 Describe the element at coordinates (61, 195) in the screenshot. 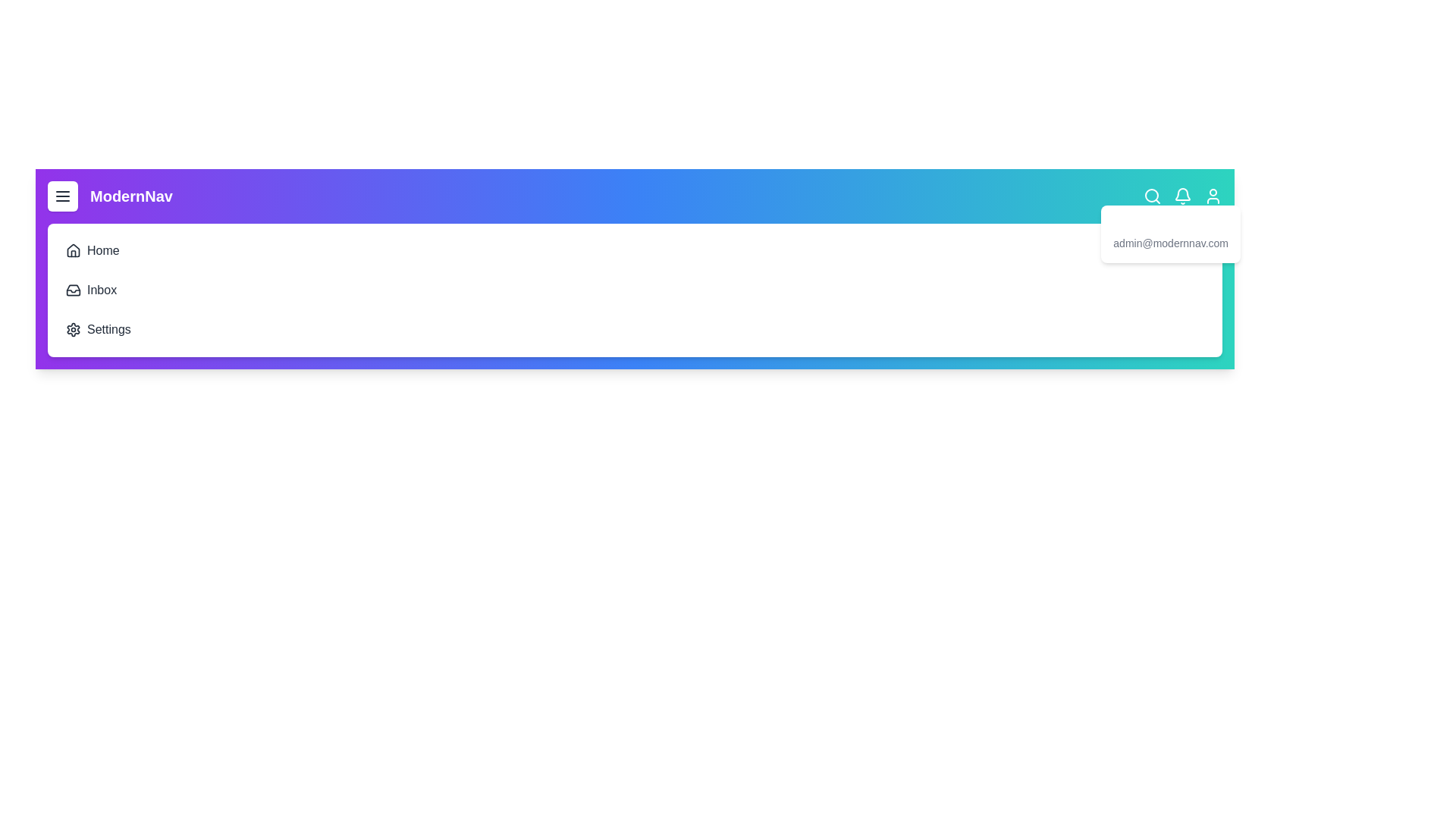

I see `the menu toggle button on the left` at that location.